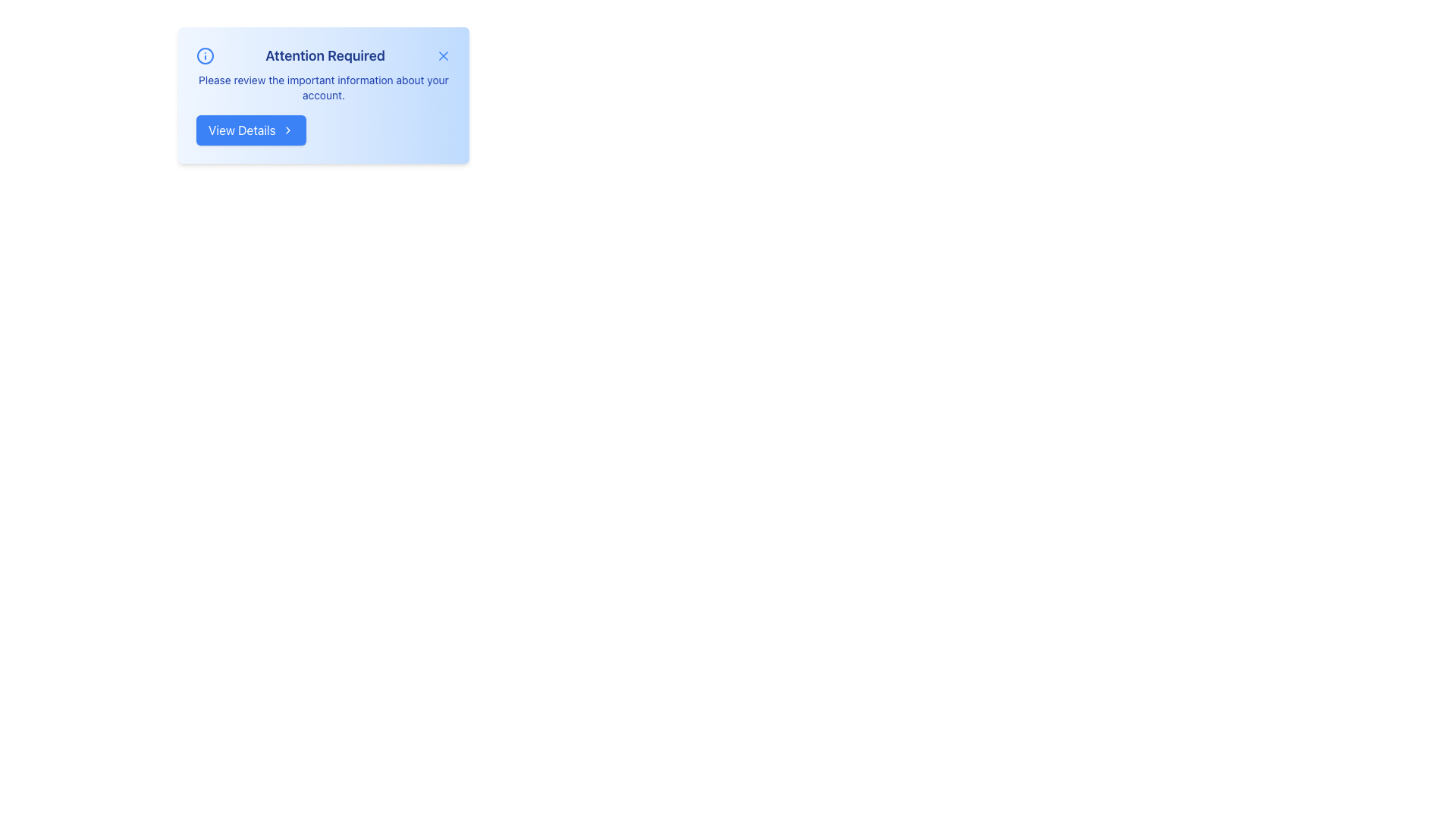  Describe the element at coordinates (323, 55) in the screenshot. I see `the heading text label that reads 'Attention Required', which is prominently styled in bold blue within a gradient blue notification box` at that location.